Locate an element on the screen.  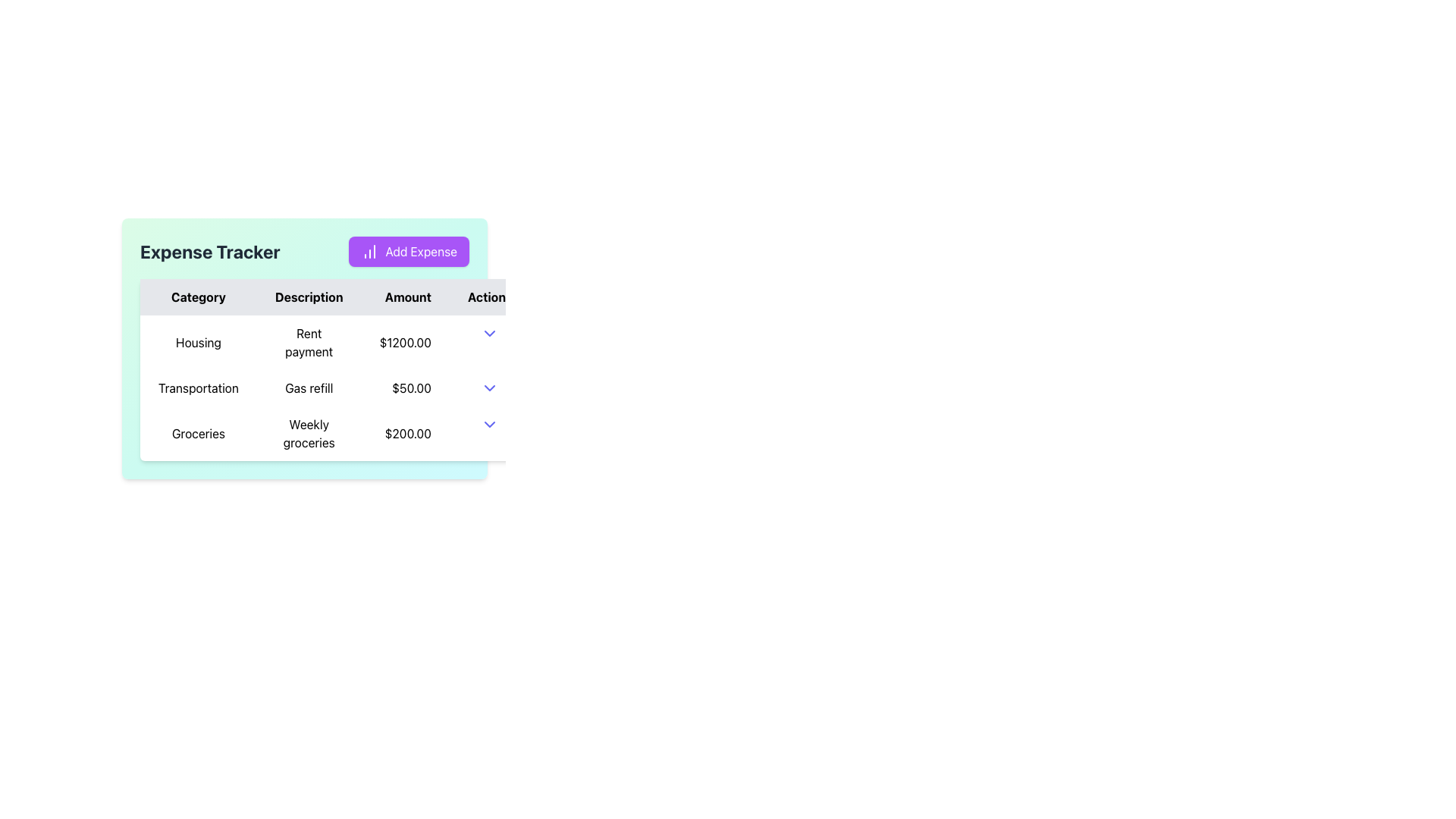
the Dropdown toggle icon located in the bottom-right cell of the 'Transportation' row under the 'Action' header is located at coordinates (490, 388).